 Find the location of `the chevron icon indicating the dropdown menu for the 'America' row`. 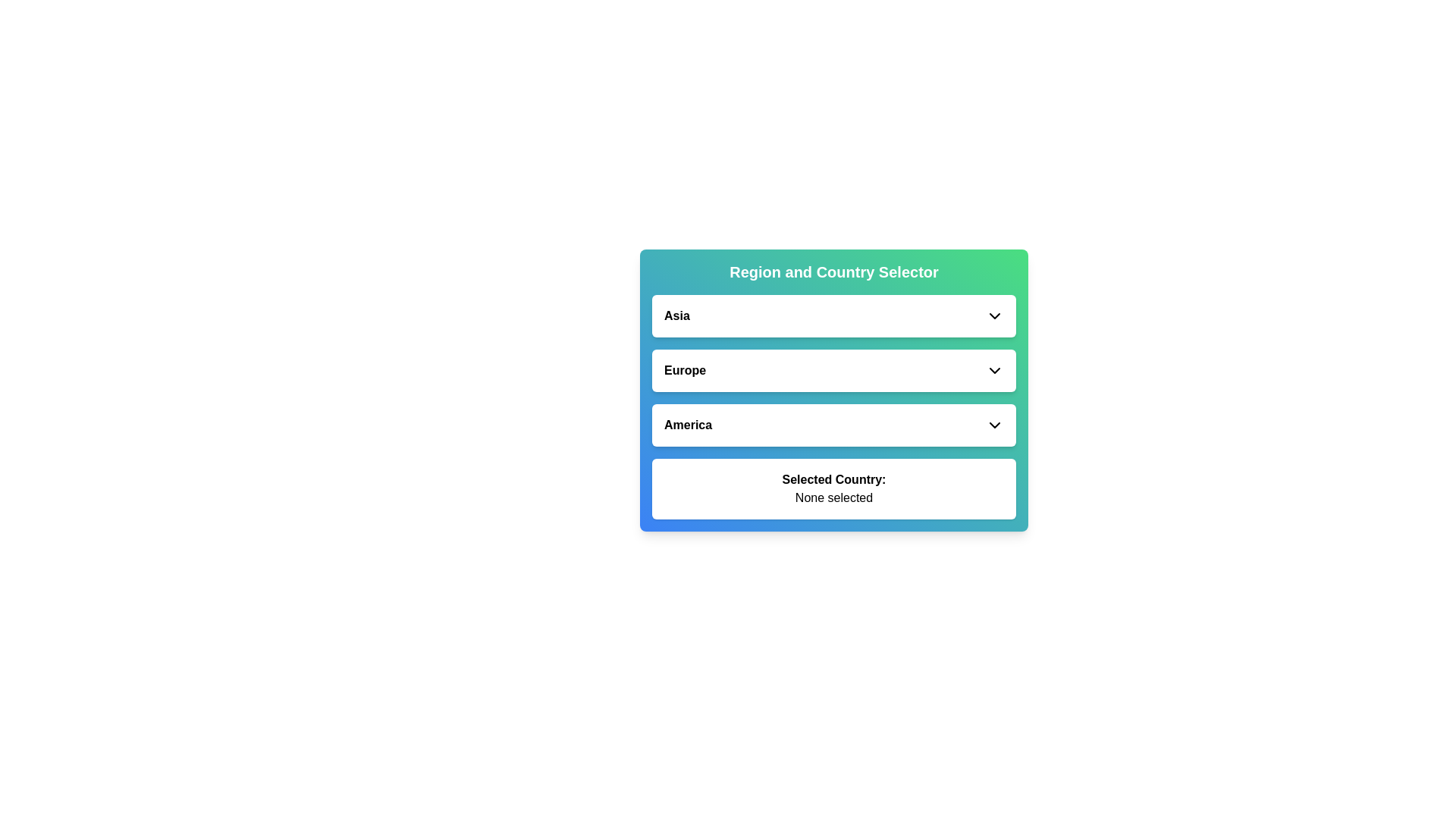

the chevron icon indicating the dropdown menu for the 'America' row is located at coordinates (994, 425).